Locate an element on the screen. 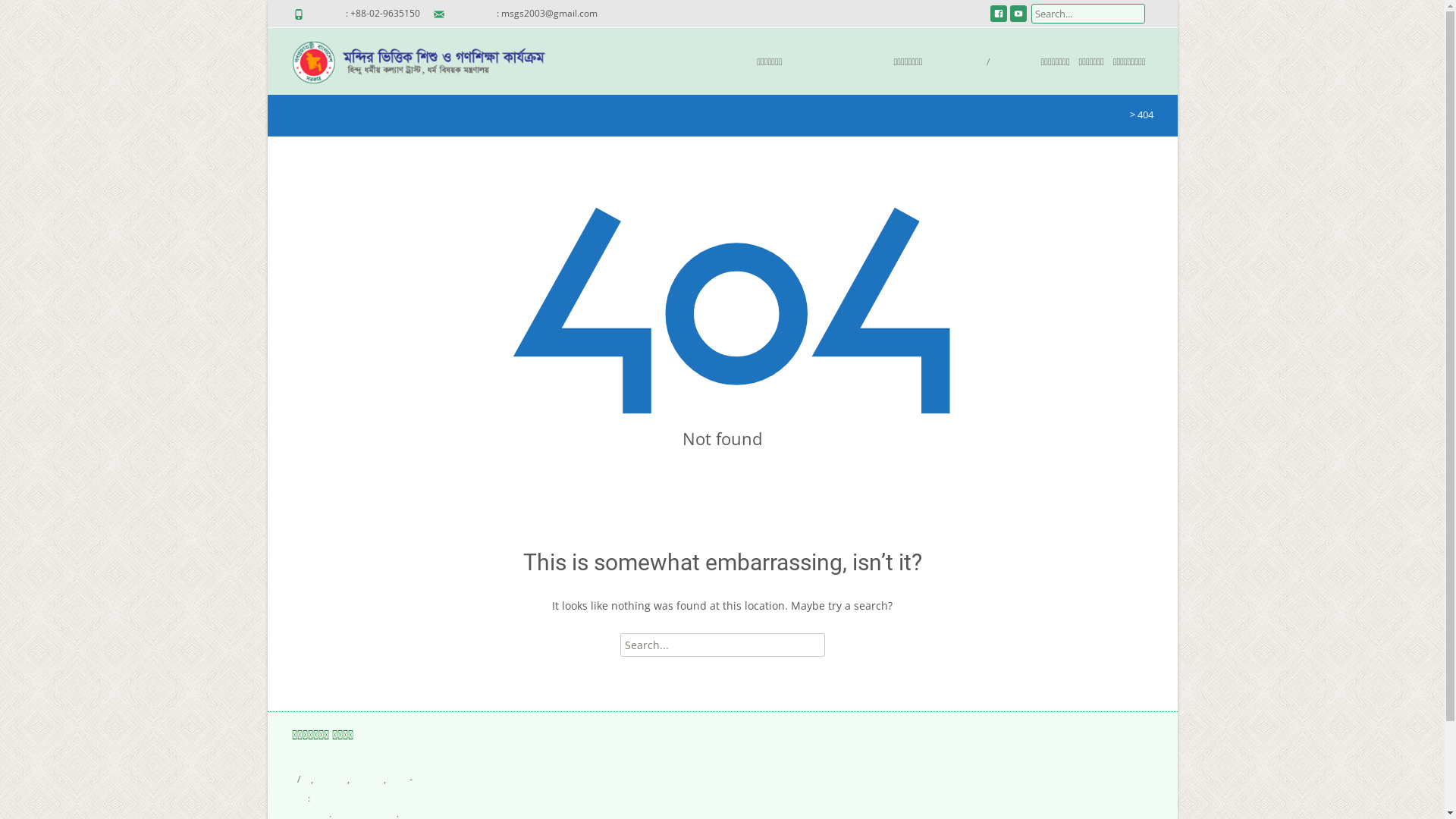 The image size is (1456, 819). 'Search for:' is located at coordinates (722, 645).